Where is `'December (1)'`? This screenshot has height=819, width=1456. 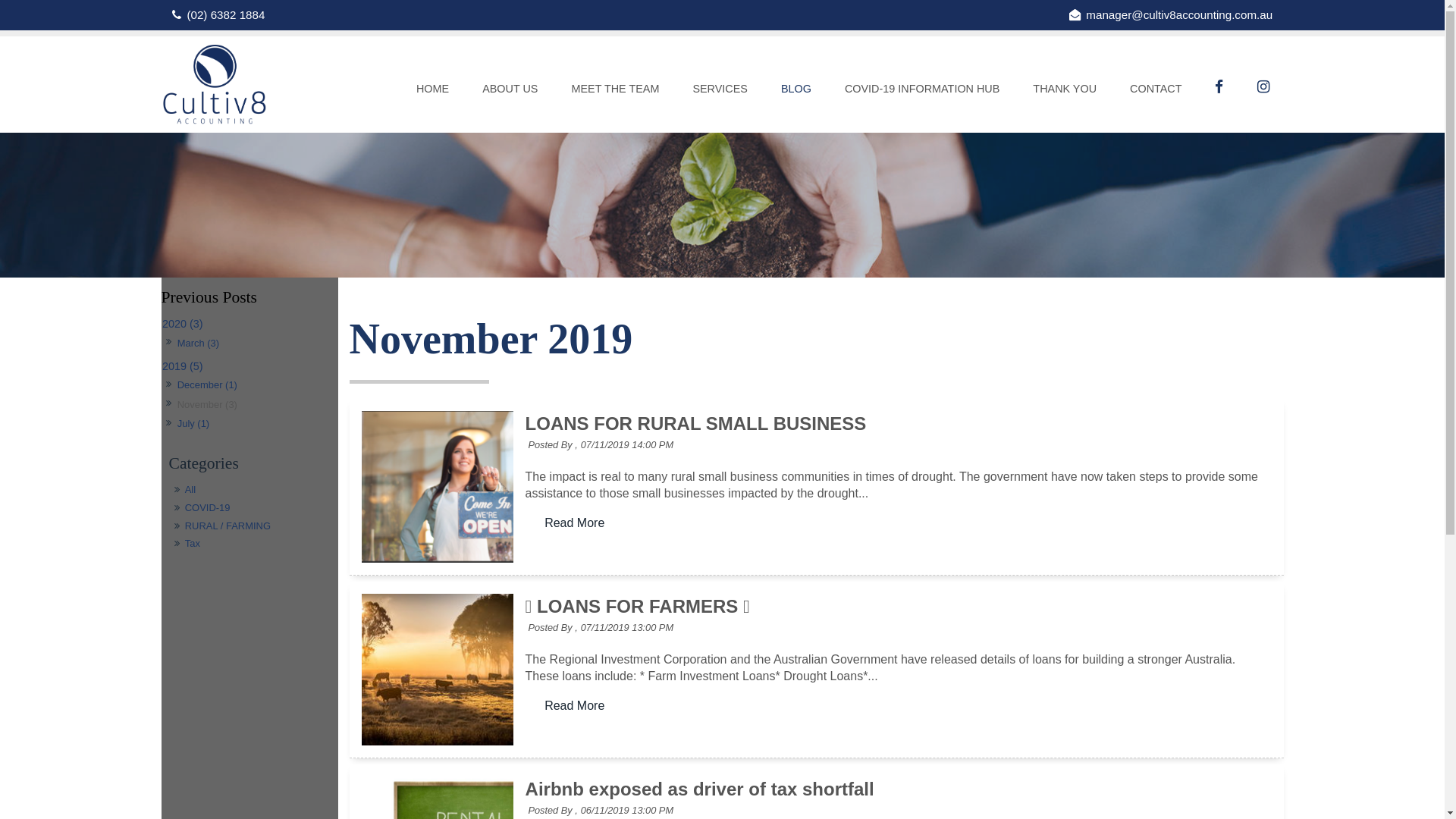 'December (1)' is located at coordinates (206, 384).